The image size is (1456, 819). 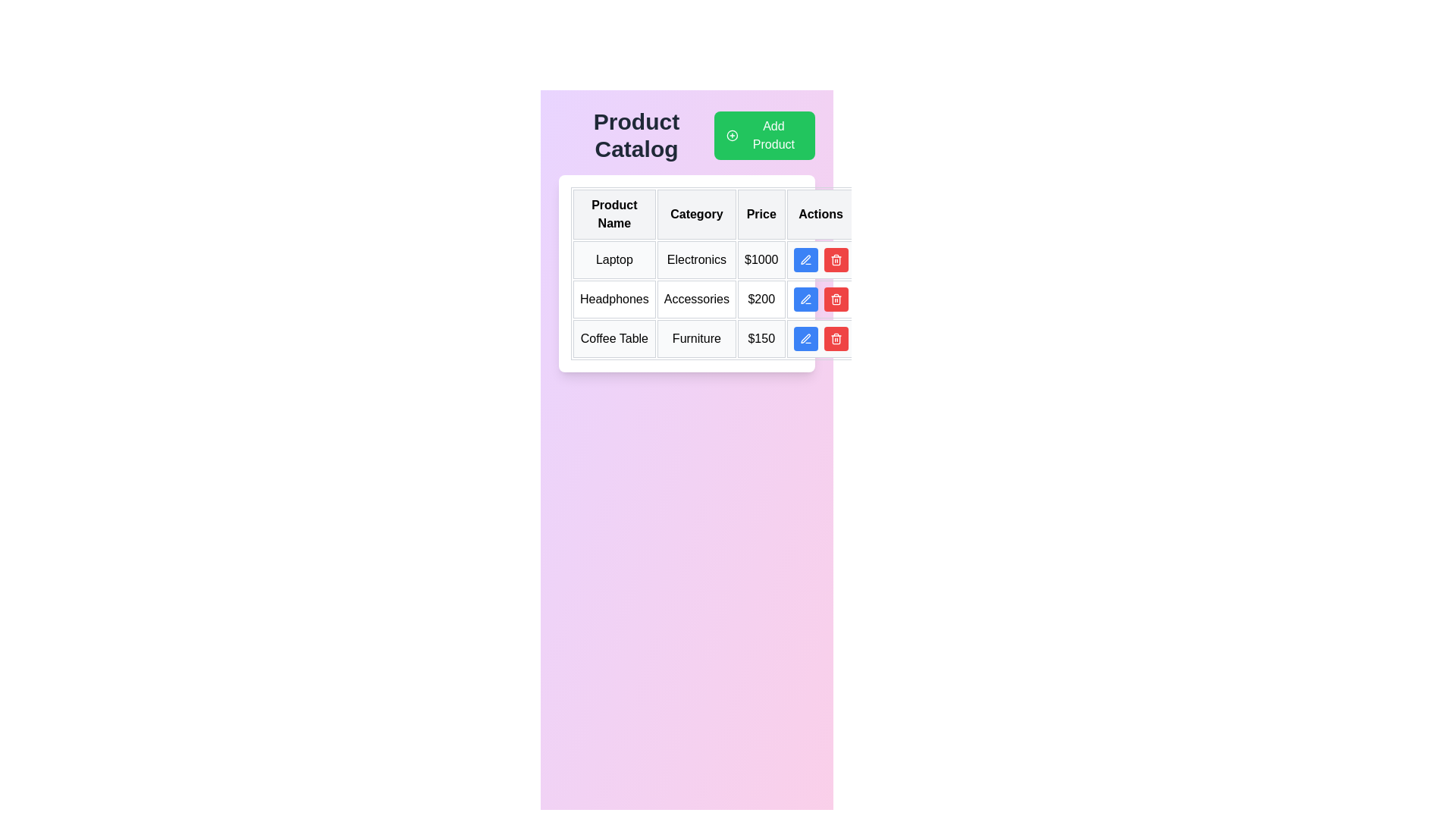 I want to click on the edit icon inside the clickable button in the third row of the table under the 'Actions' column, so click(x=805, y=259).